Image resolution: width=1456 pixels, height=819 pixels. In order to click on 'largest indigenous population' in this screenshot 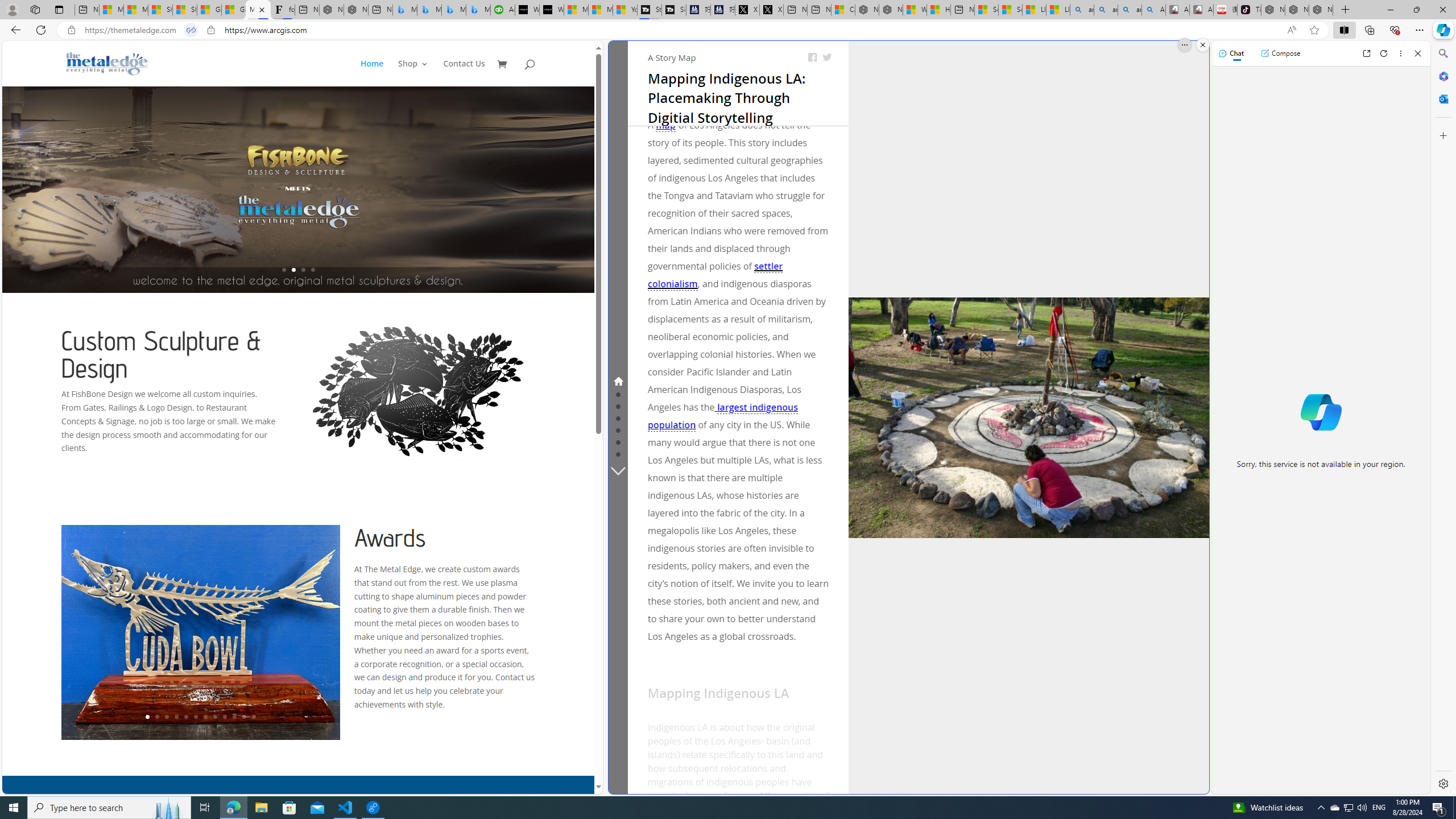, I will do `click(723, 416)`.